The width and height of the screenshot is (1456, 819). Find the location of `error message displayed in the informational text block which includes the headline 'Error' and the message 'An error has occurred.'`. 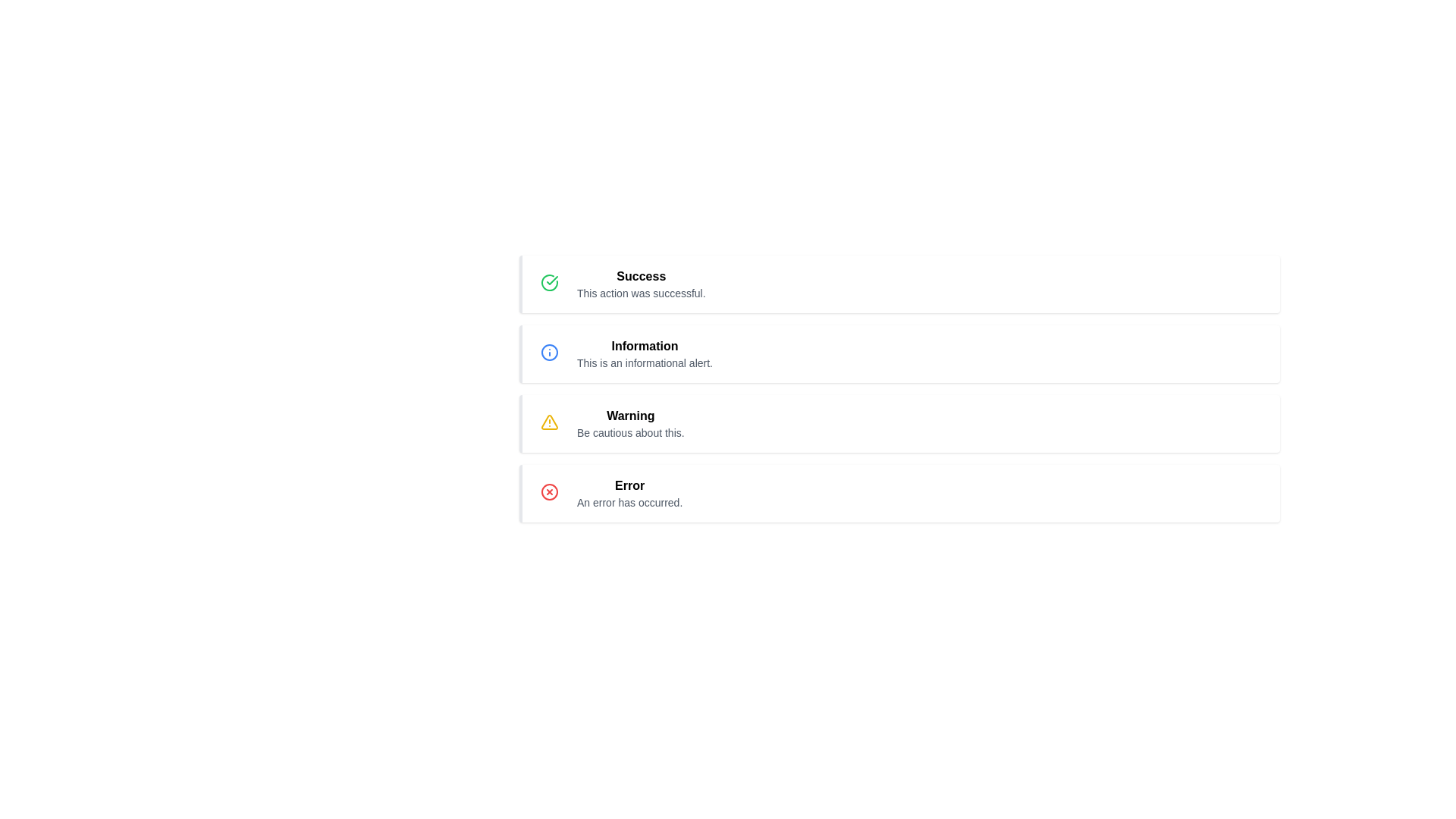

error message displayed in the informational text block which includes the headline 'Error' and the message 'An error has occurred.' is located at coordinates (629, 494).